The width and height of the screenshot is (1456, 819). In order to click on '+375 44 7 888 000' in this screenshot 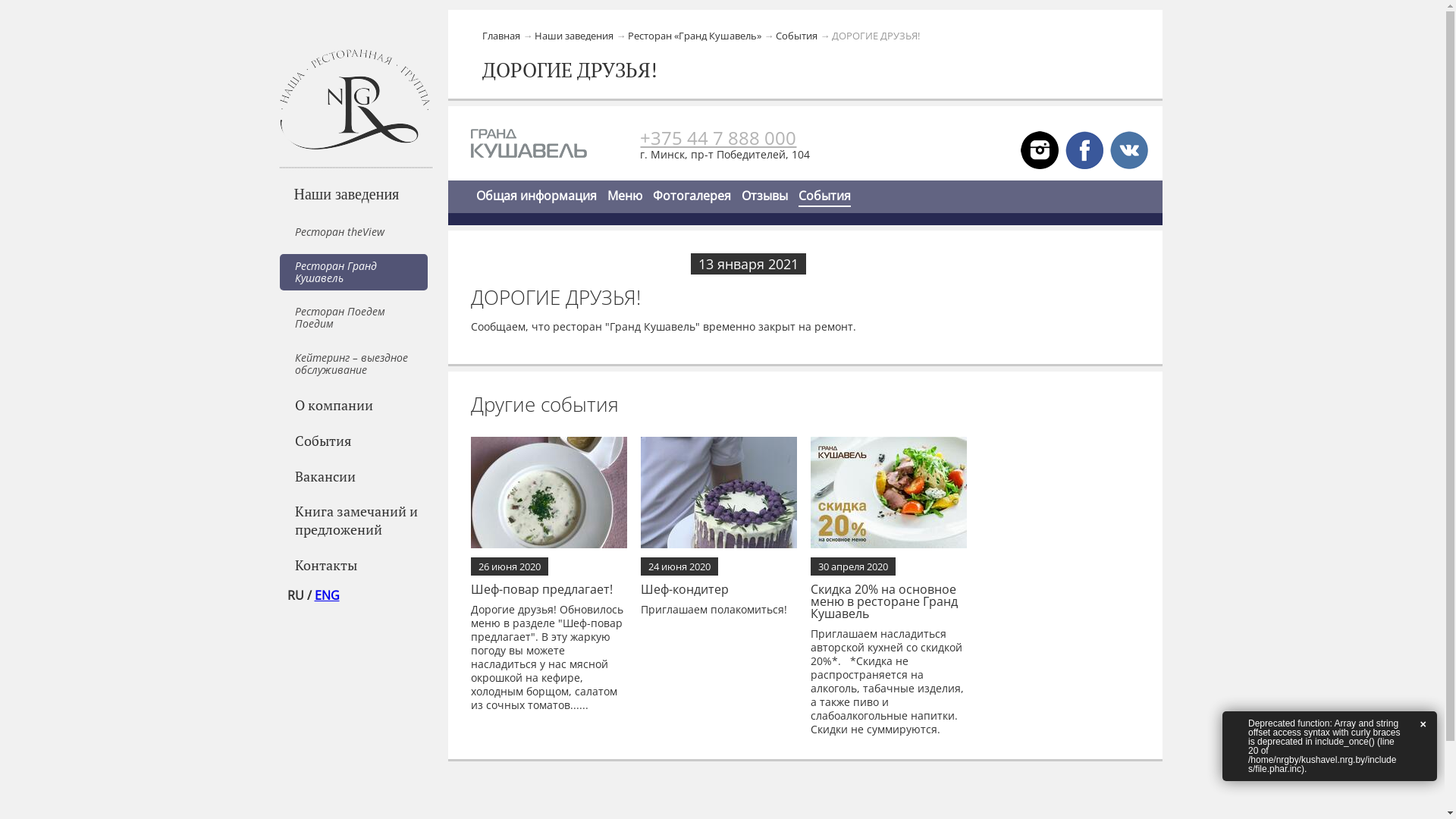, I will do `click(717, 137)`.